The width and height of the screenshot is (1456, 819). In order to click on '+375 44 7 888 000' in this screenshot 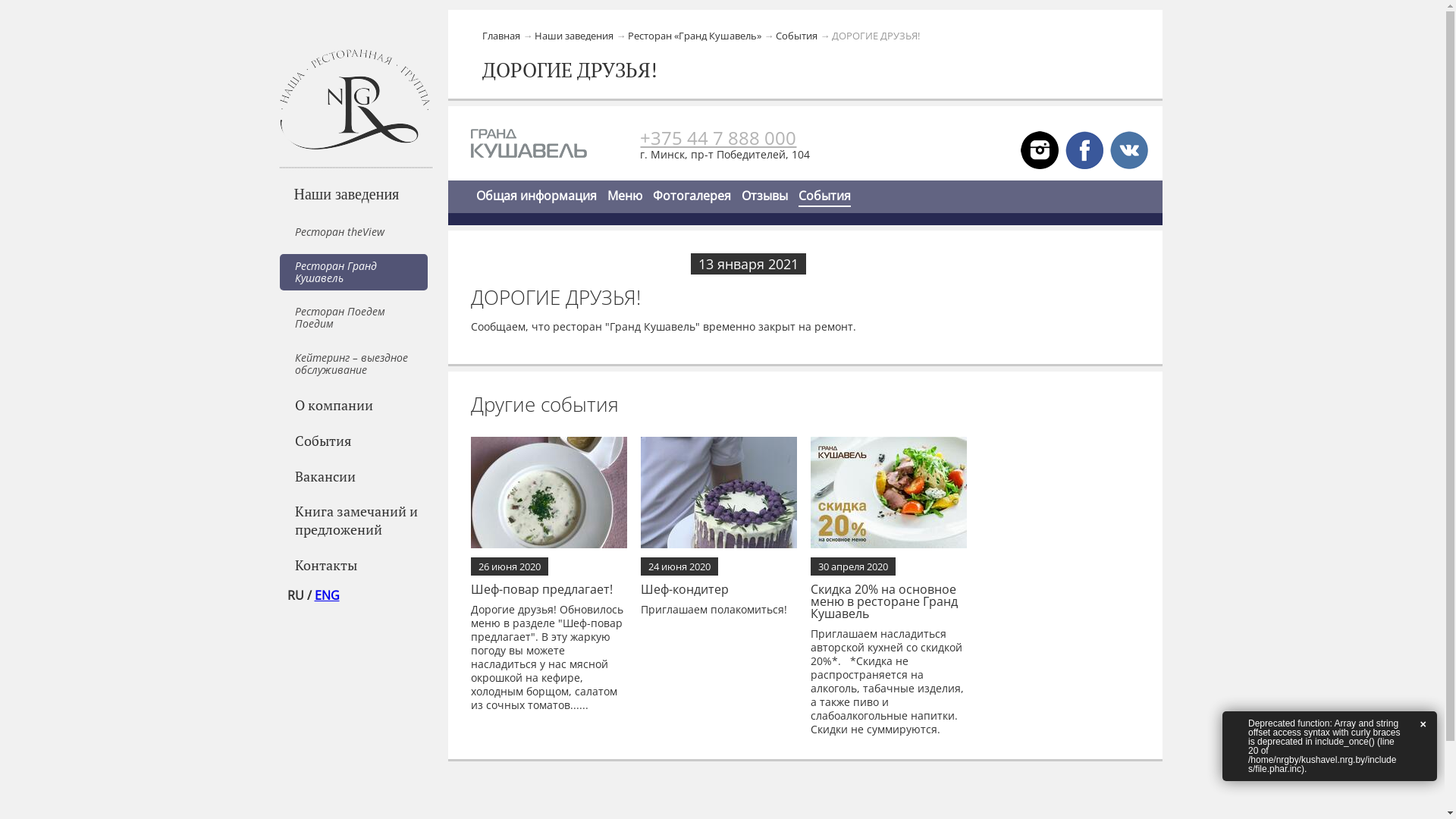, I will do `click(717, 137)`.